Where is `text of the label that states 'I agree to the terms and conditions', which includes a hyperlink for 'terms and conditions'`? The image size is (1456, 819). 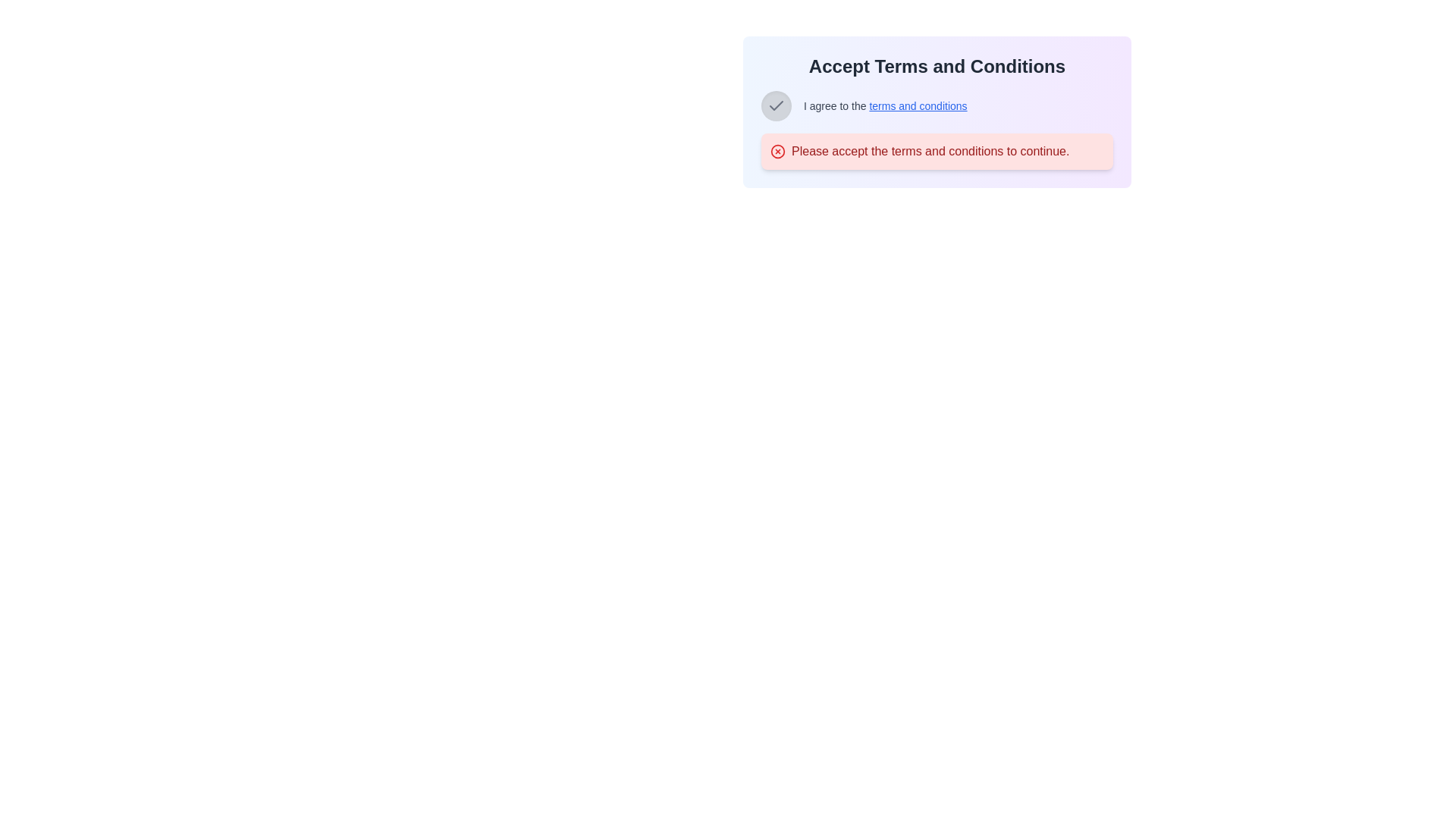 text of the label that states 'I agree to the terms and conditions', which includes a hyperlink for 'terms and conditions' is located at coordinates (885, 105).